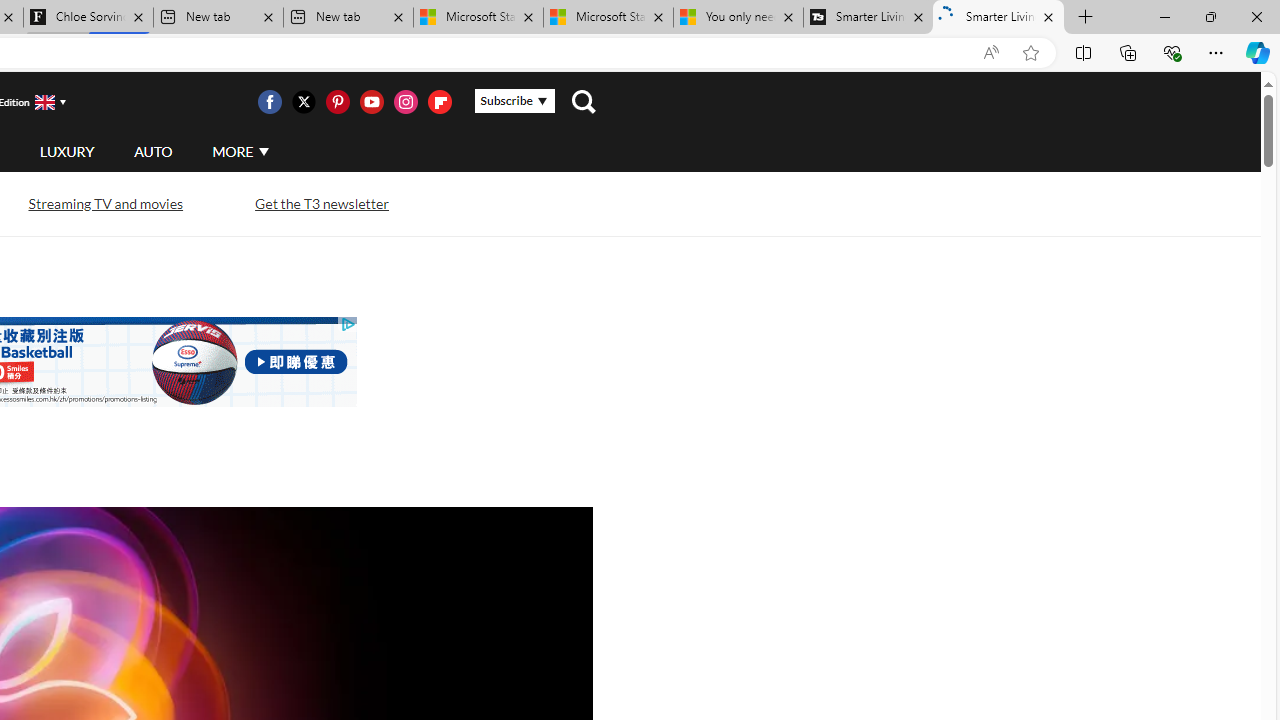 This screenshot has width=1280, height=720. Describe the element at coordinates (321, 204) in the screenshot. I see `'Get the T3 newsletter'` at that location.